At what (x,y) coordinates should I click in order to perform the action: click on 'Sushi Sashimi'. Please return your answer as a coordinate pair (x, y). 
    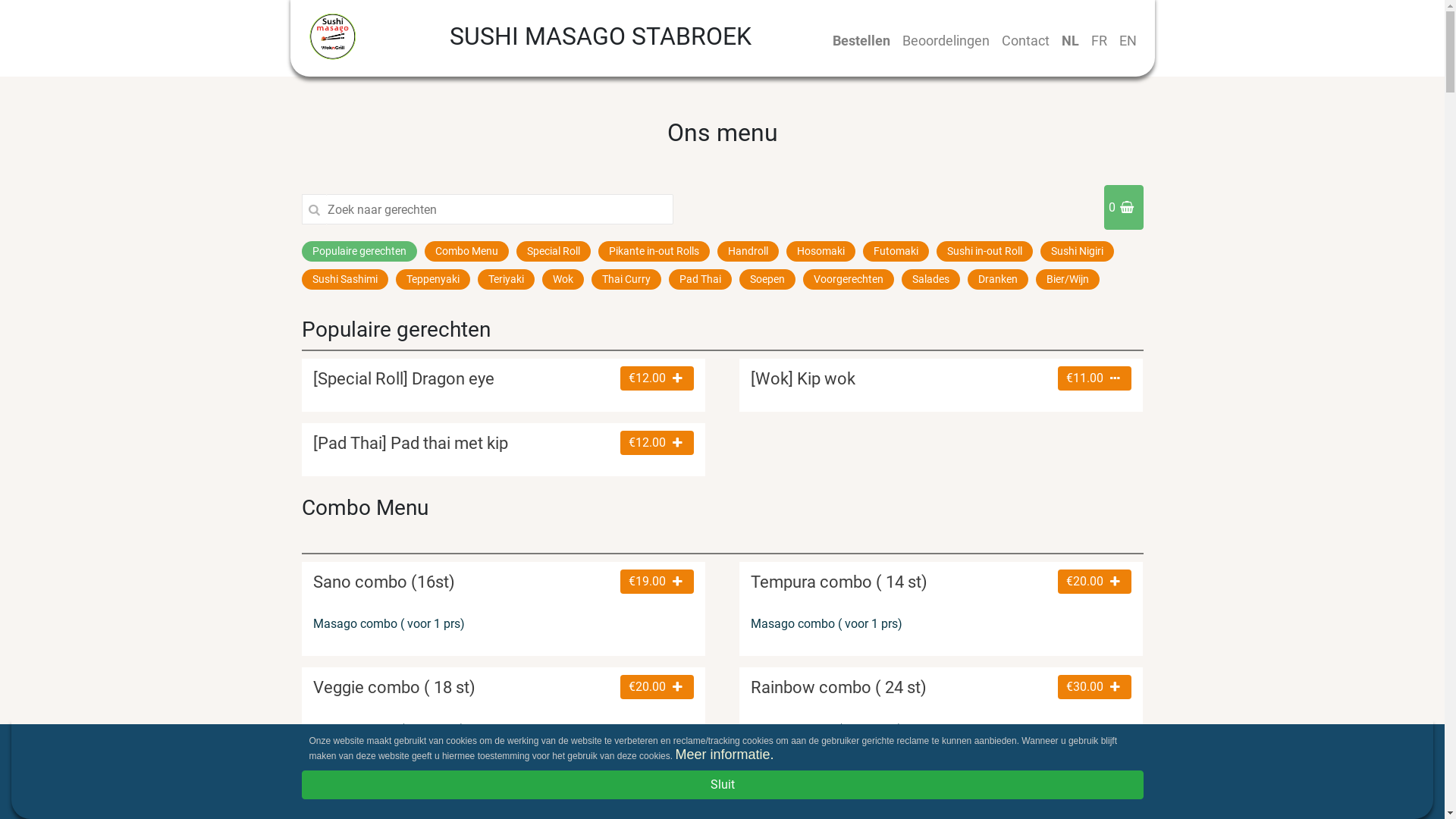
    Looking at the image, I should click on (344, 279).